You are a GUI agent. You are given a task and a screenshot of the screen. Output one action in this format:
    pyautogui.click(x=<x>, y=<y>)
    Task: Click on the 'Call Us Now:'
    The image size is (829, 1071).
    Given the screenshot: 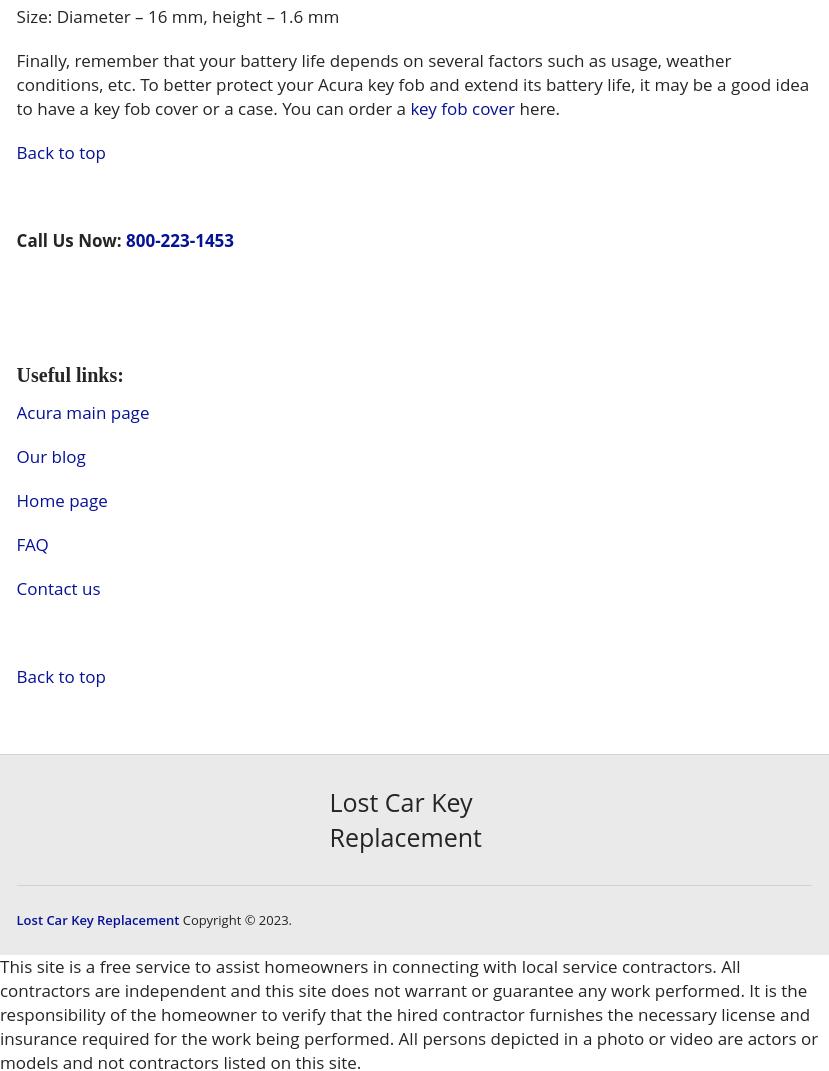 What is the action you would take?
    pyautogui.click(x=69, y=239)
    